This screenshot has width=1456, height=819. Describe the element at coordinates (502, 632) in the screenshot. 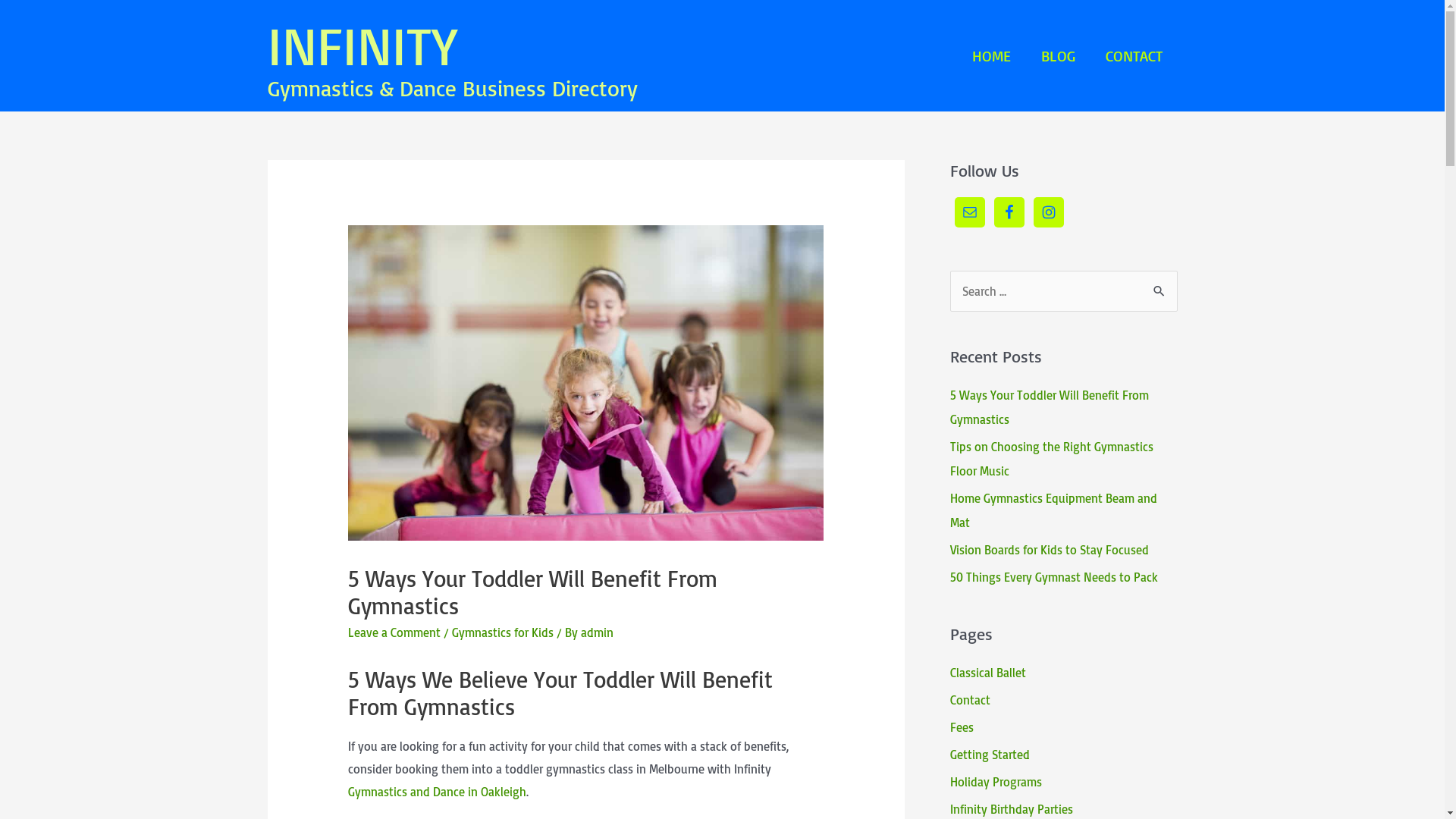

I see `'Gymnastics for Kids'` at that location.